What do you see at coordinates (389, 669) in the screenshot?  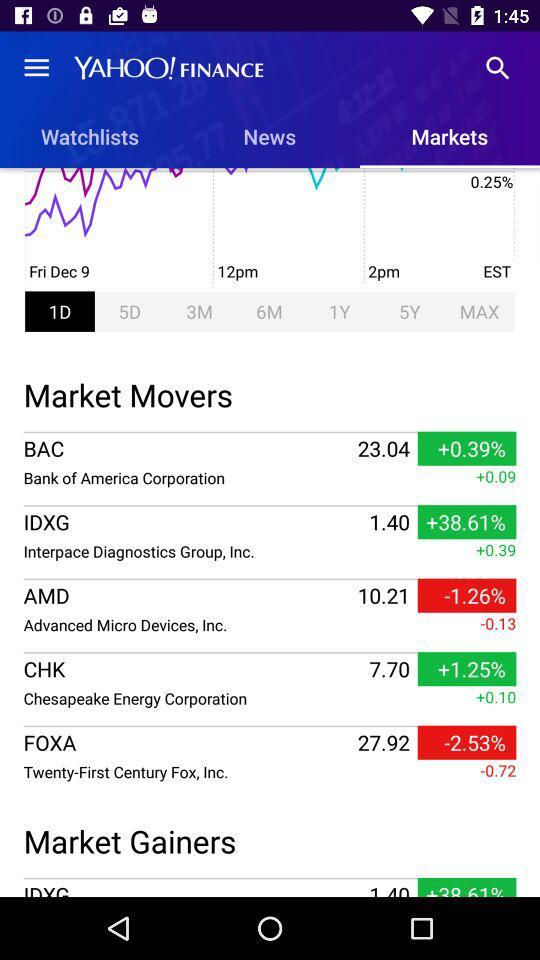 I see `the 7.70` at bounding box center [389, 669].